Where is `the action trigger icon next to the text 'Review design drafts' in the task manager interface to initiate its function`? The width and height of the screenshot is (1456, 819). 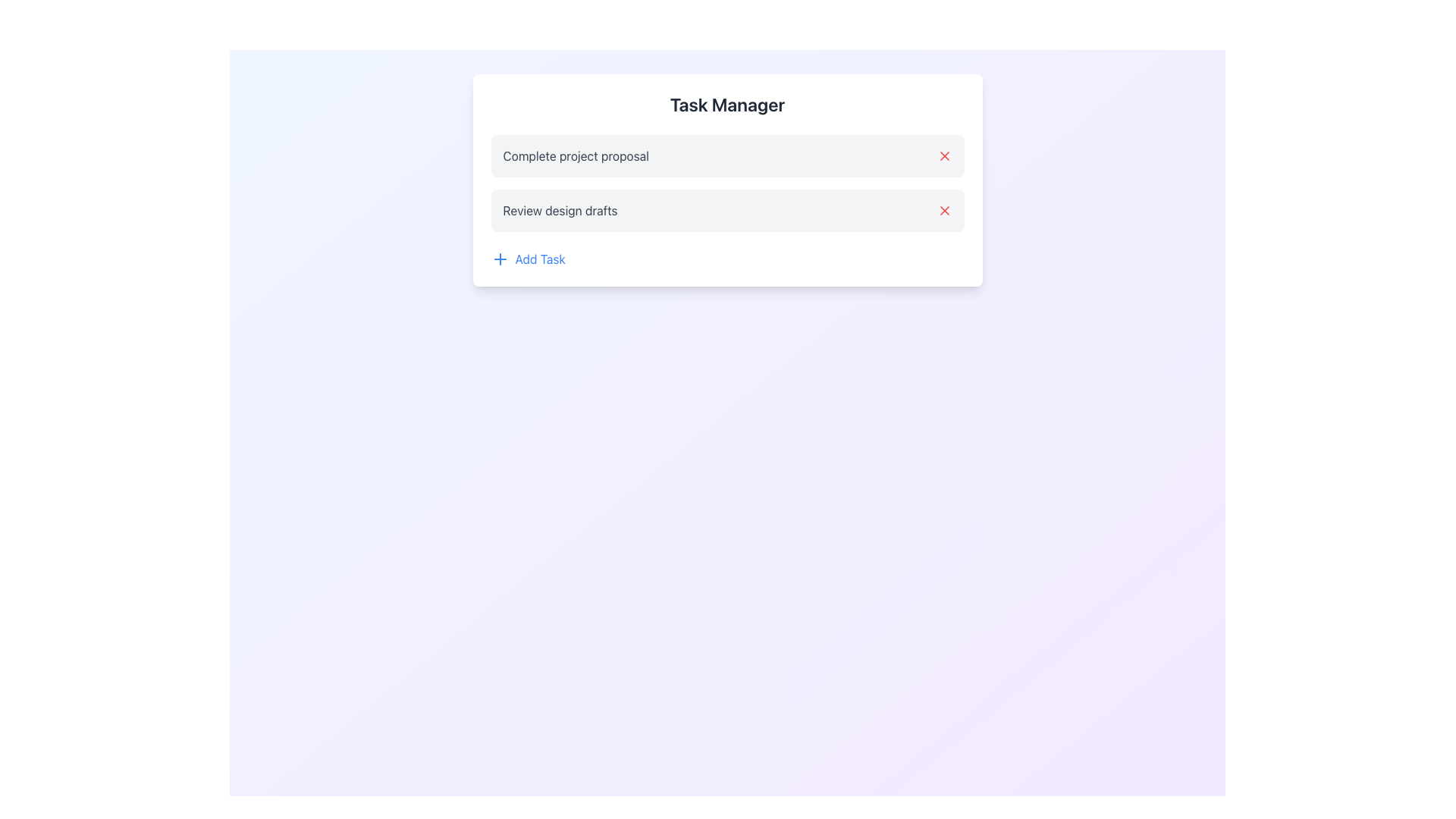
the action trigger icon next to the text 'Review design drafts' in the task manager interface to initiate its function is located at coordinates (943, 210).